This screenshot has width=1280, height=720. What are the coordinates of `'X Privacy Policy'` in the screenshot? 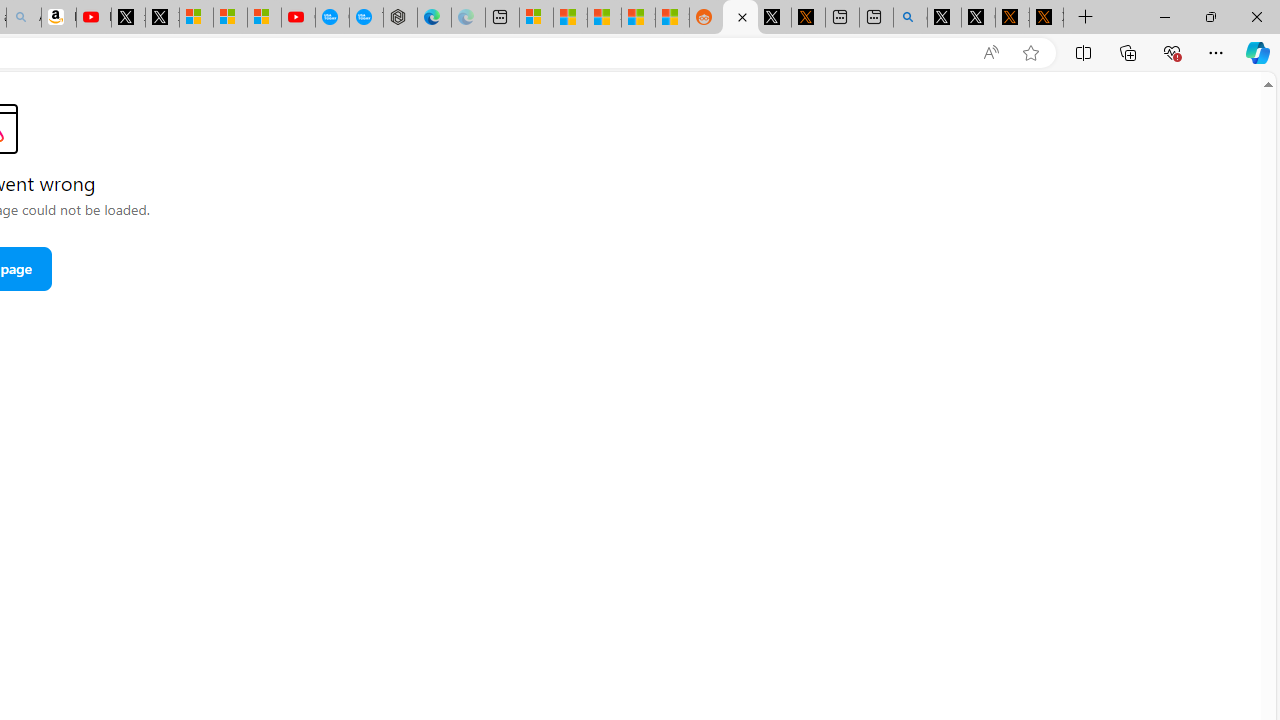 It's located at (1046, 17).